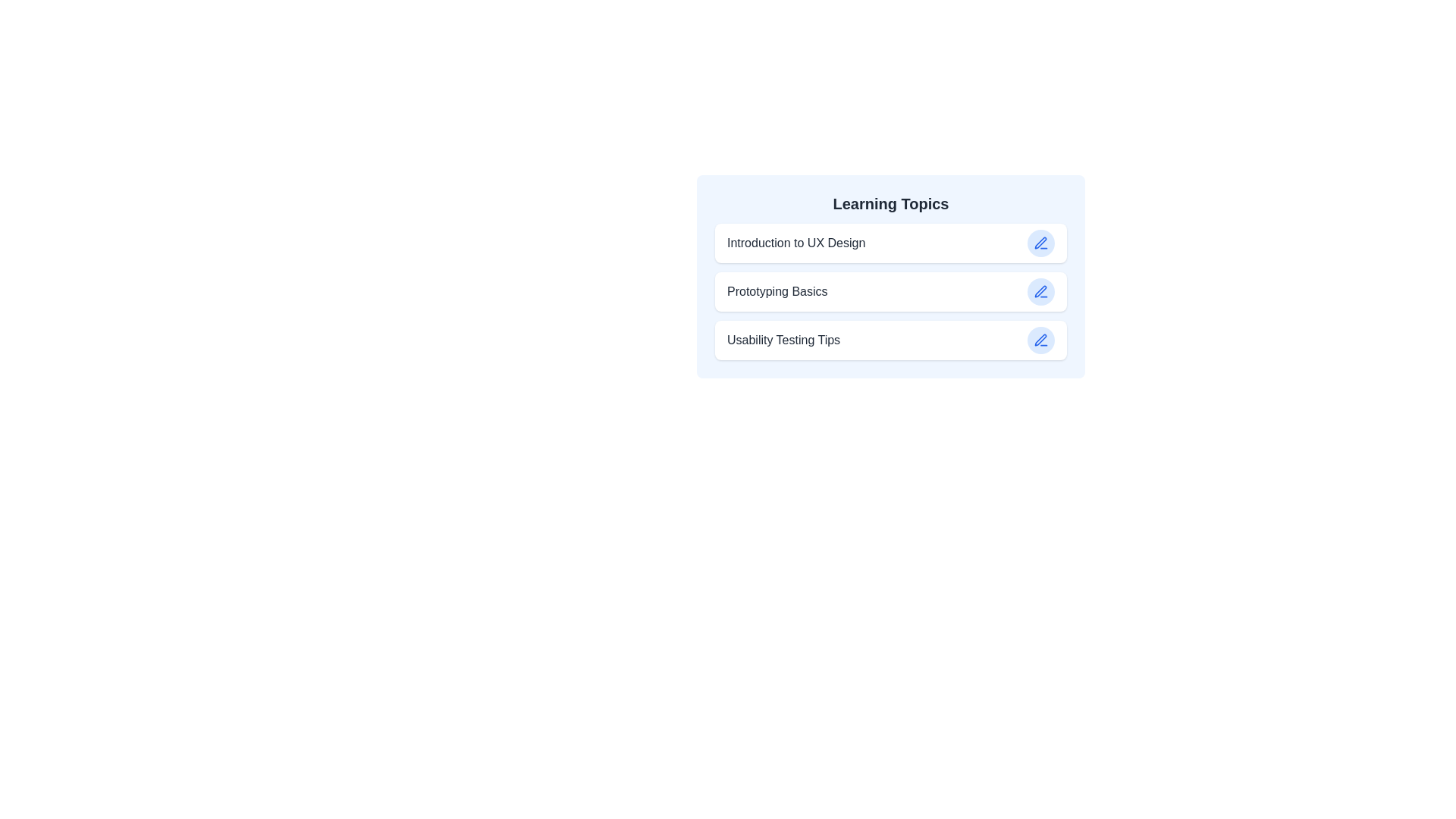  What do you see at coordinates (1040, 292) in the screenshot?
I see `edit button next to the list item with the name Prototyping Basics` at bounding box center [1040, 292].